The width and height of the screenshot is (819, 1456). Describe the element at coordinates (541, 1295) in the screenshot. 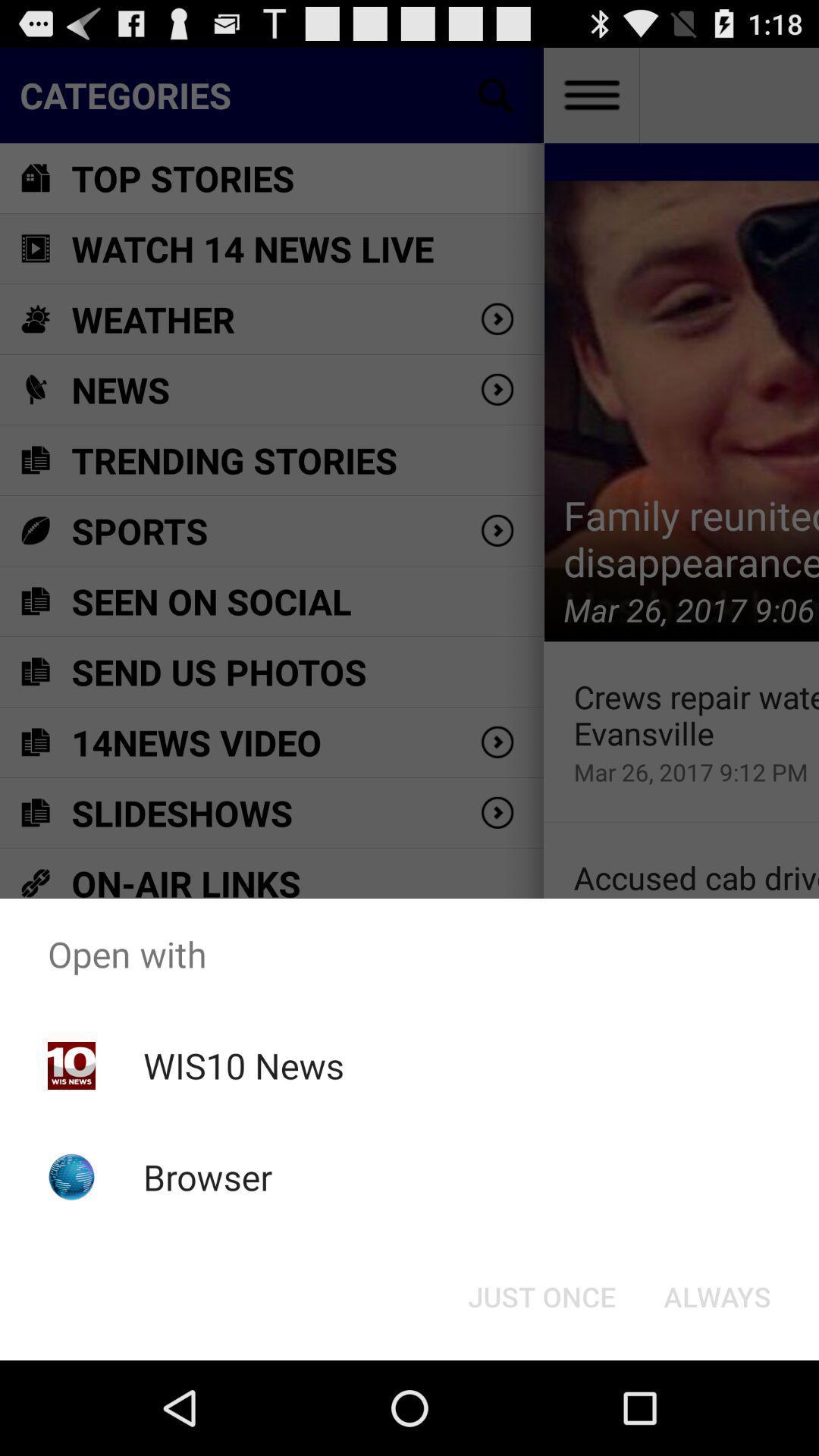

I see `button to the left of always item` at that location.